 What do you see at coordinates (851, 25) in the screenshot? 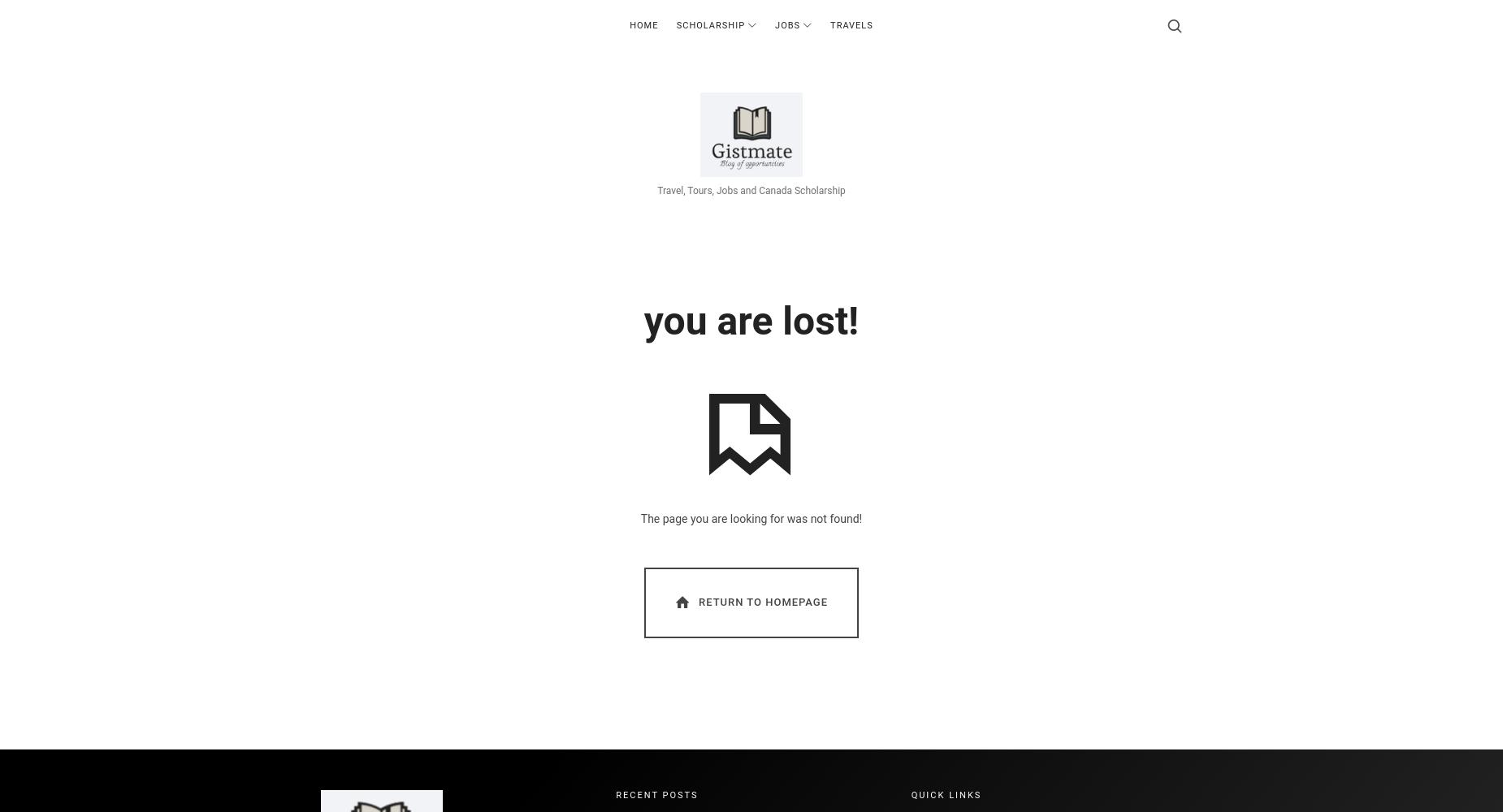
I see `'Travels'` at bounding box center [851, 25].